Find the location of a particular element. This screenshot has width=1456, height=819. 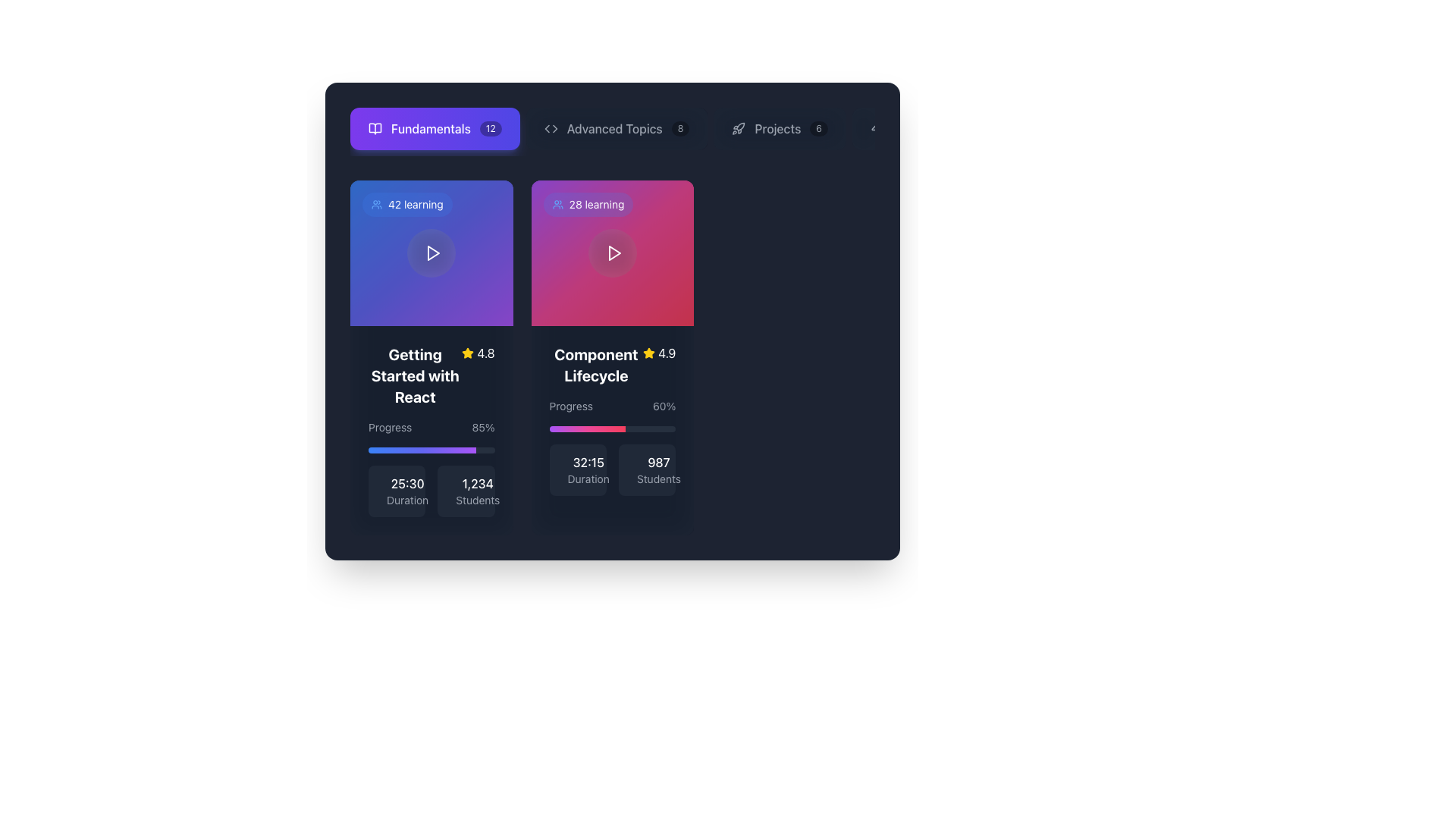

the informative text element indicating the number of learners associated with the course 'Component Lifecycle' to potentially reveal additional information is located at coordinates (596, 205).